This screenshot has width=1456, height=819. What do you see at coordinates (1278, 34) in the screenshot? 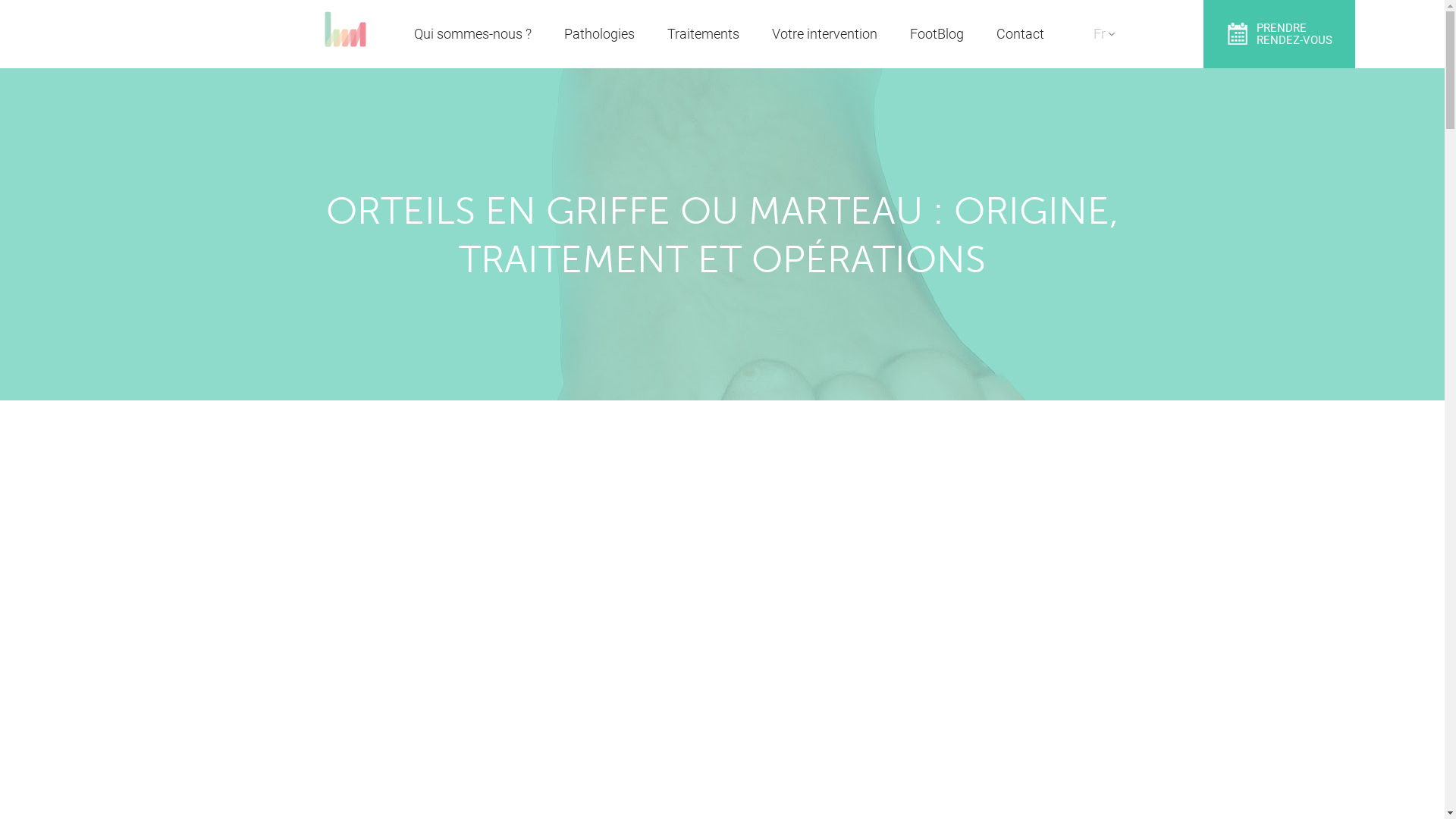
I see `'PRENDRE` at bounding box center [1278, 34].